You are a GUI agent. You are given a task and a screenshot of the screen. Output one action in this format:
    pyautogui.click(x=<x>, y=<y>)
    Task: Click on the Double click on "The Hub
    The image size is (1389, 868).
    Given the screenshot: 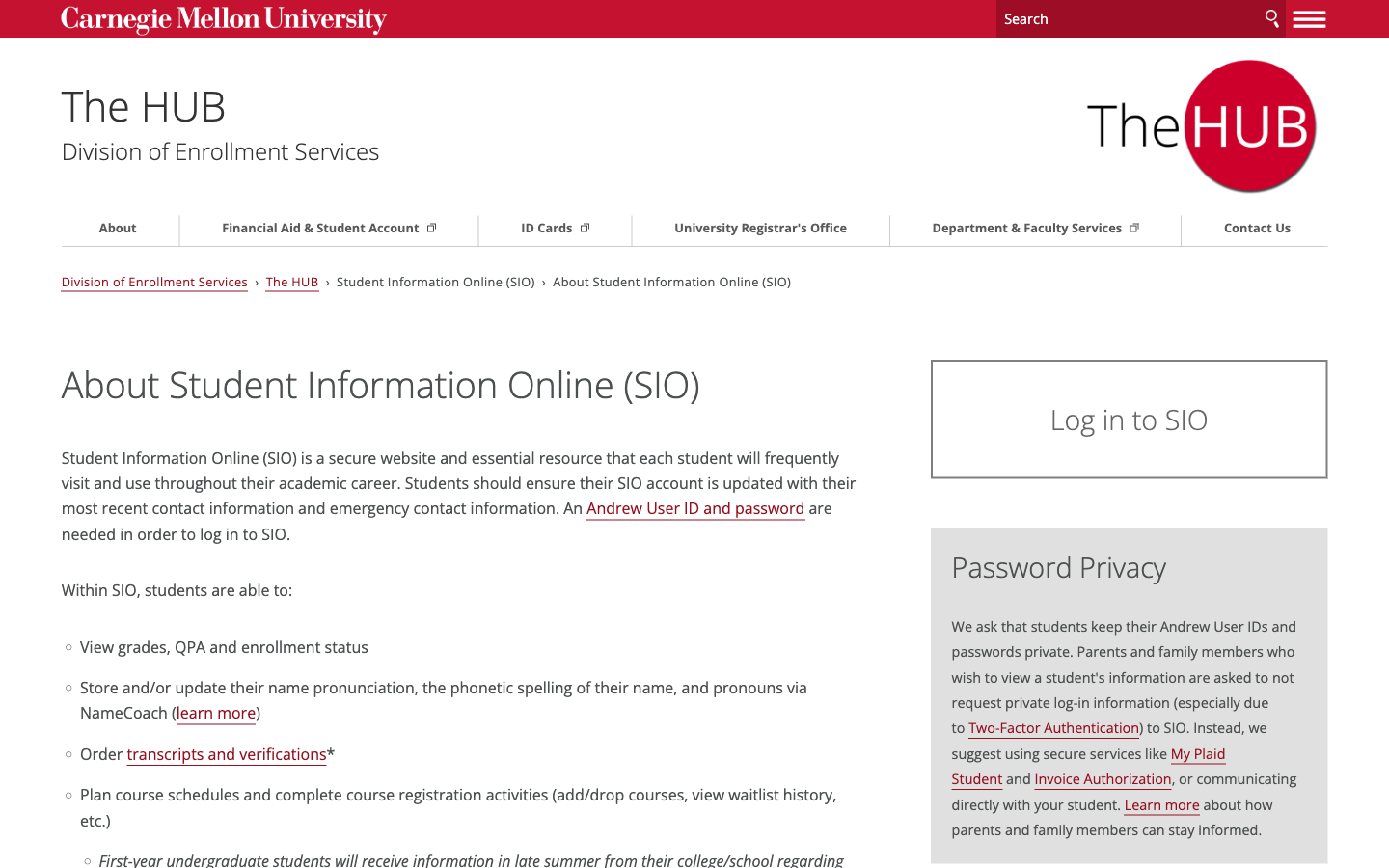 What is the action you would take?
    pyautogui.click(x=200, y=102)
    